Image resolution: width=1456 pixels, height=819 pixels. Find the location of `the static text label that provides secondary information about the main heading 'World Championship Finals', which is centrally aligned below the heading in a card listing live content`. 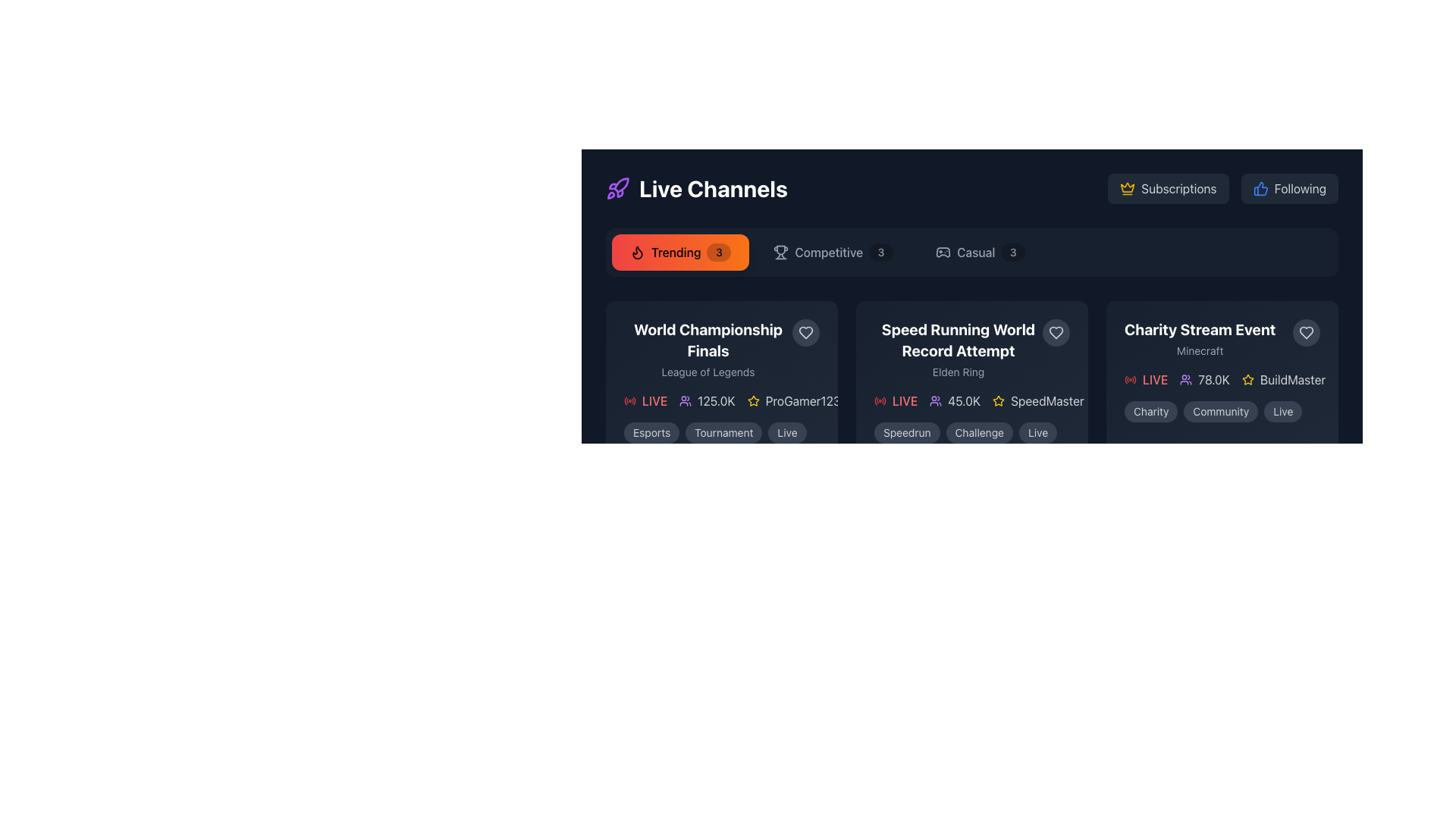

the static text label that provides secondary information about the main heading 'World Championship Finals', which is centrally aligned below the heading in a card listing live content is located at coordinates (708, 372).